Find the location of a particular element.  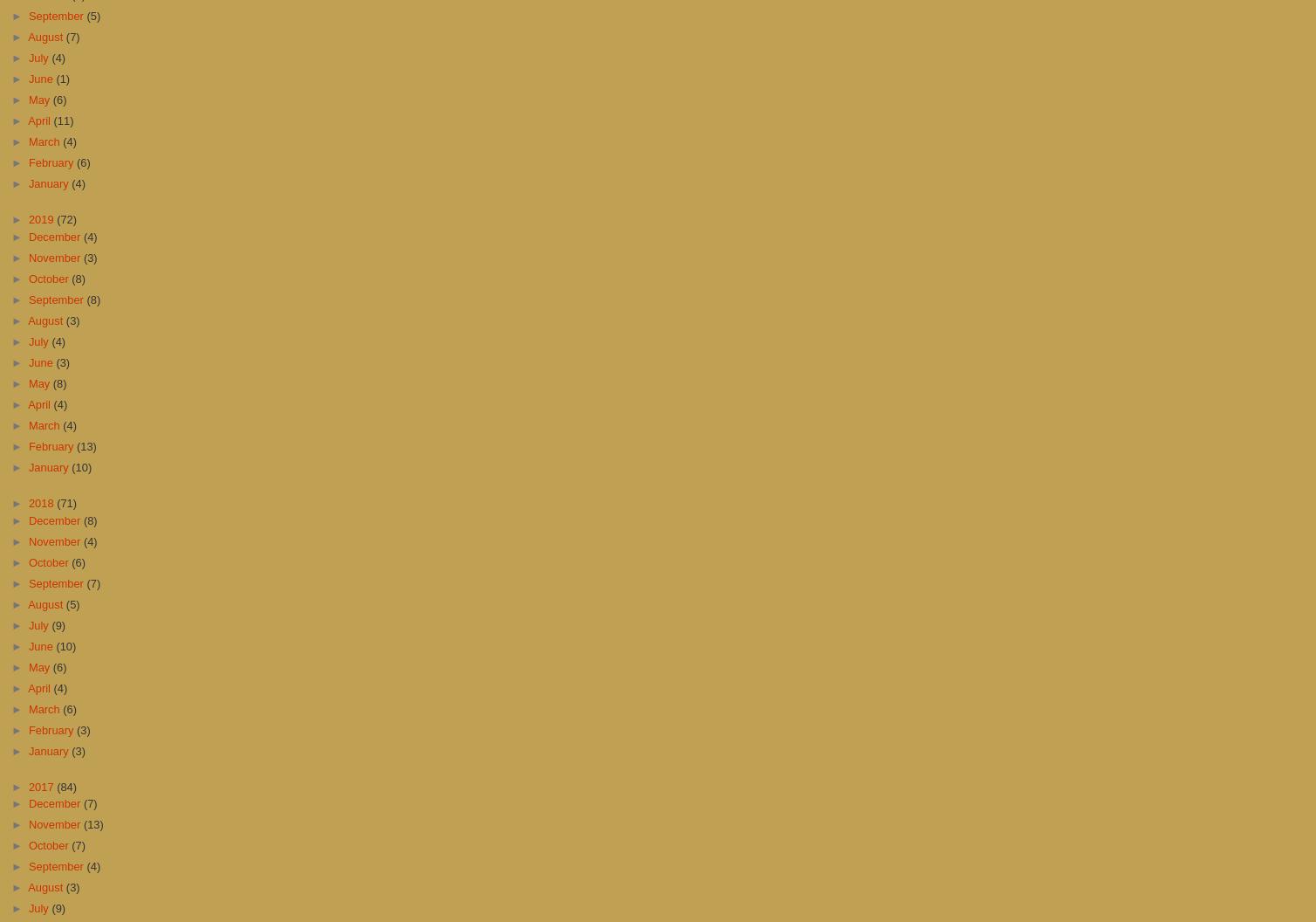

'2017' is located at coordinates (42, 785).